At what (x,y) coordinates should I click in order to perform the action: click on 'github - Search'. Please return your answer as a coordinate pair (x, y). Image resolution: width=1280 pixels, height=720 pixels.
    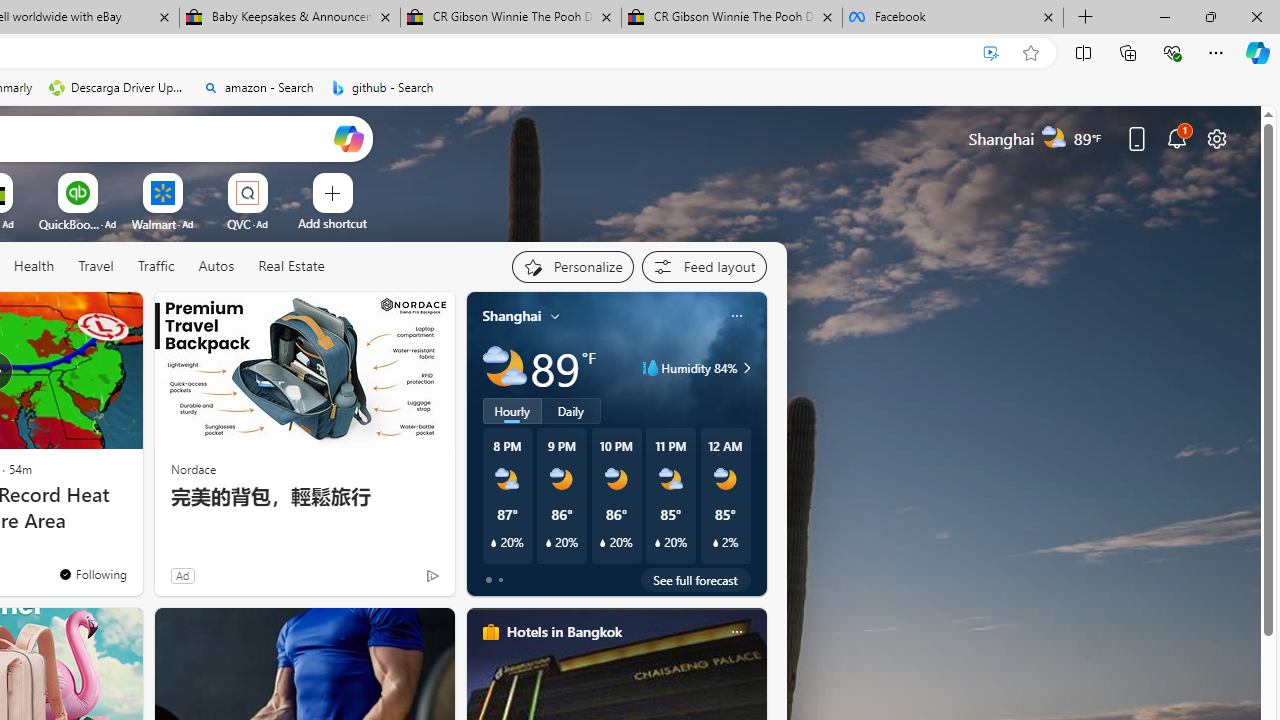
    Looking at the image, I should click on (382, 87).